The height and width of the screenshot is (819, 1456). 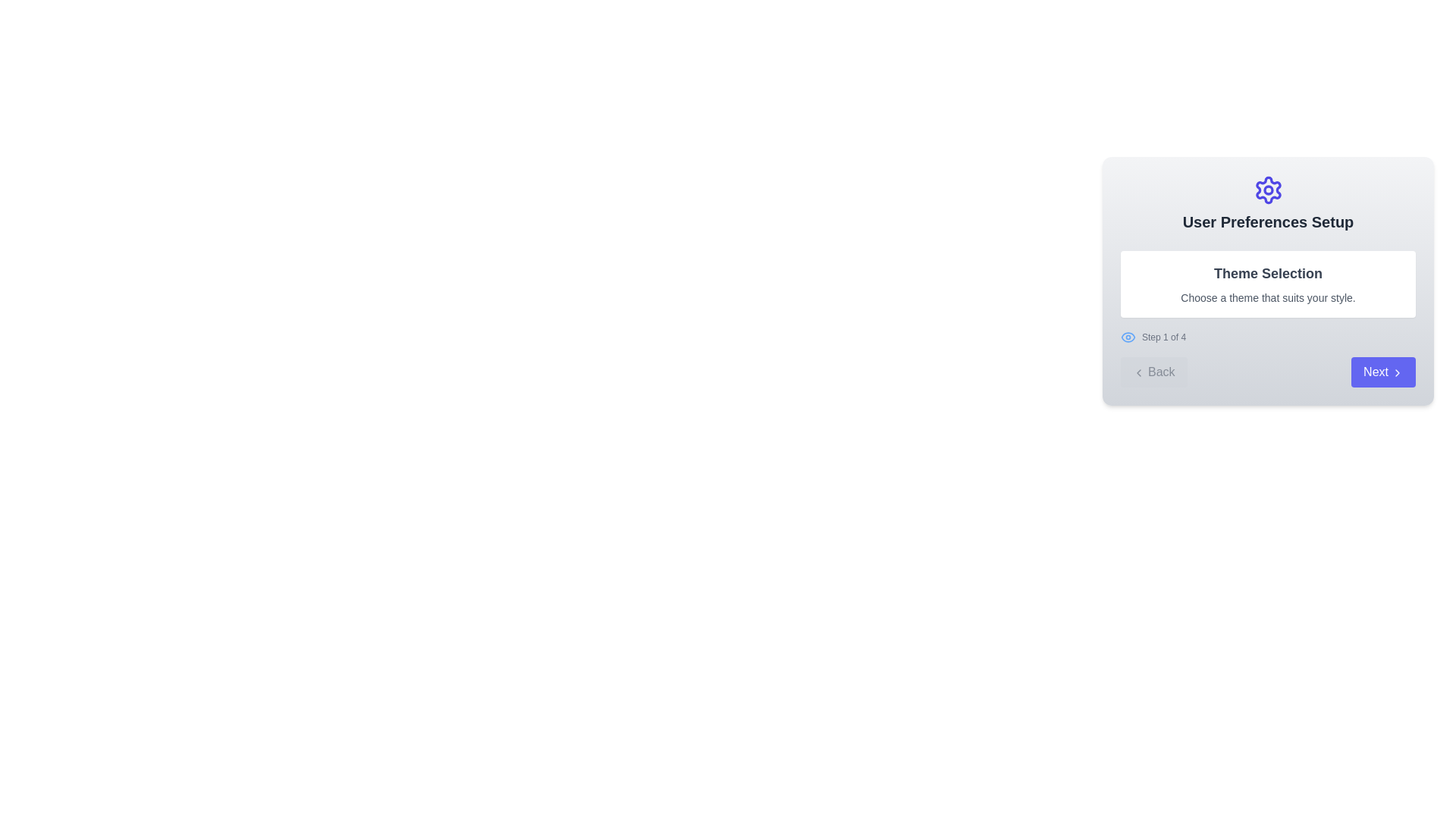 I want to click on the narrow right-pointing arrow icon located within the blue rectangular 'Next' button, positioned to the right of the text 'Next', so click(x=1397, y=372).